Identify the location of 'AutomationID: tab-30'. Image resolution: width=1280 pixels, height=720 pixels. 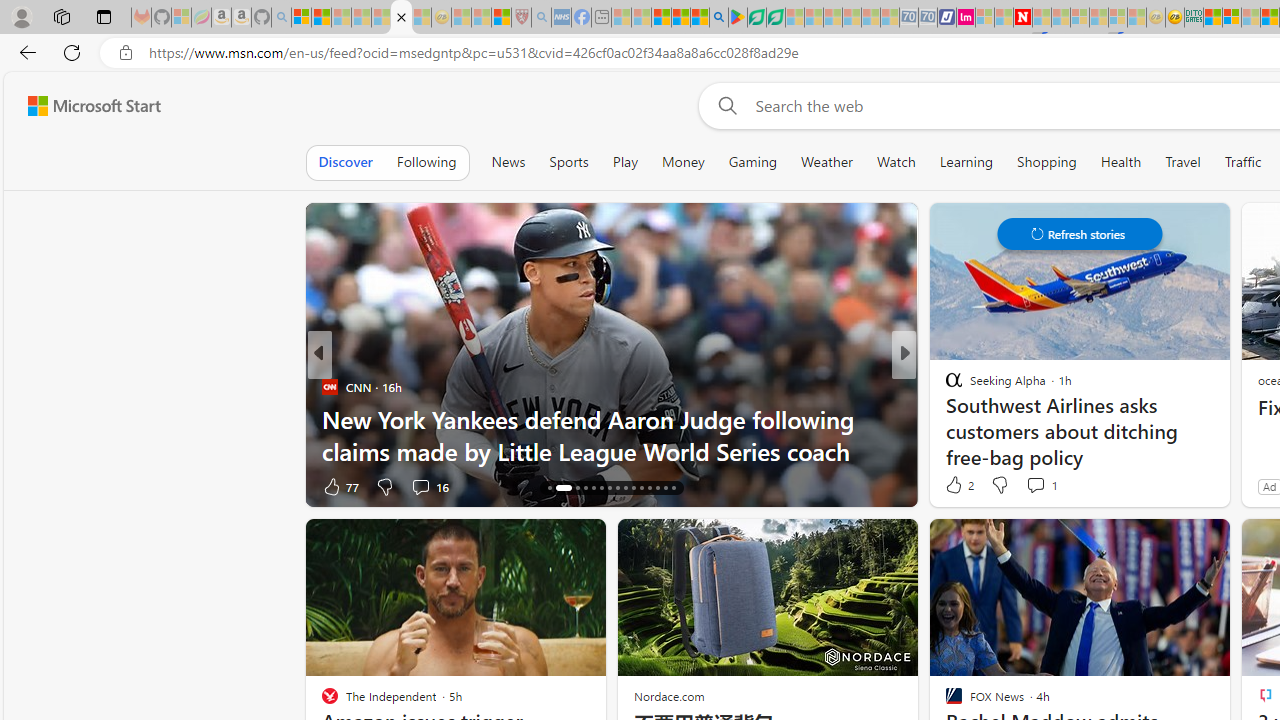
(673, 488).